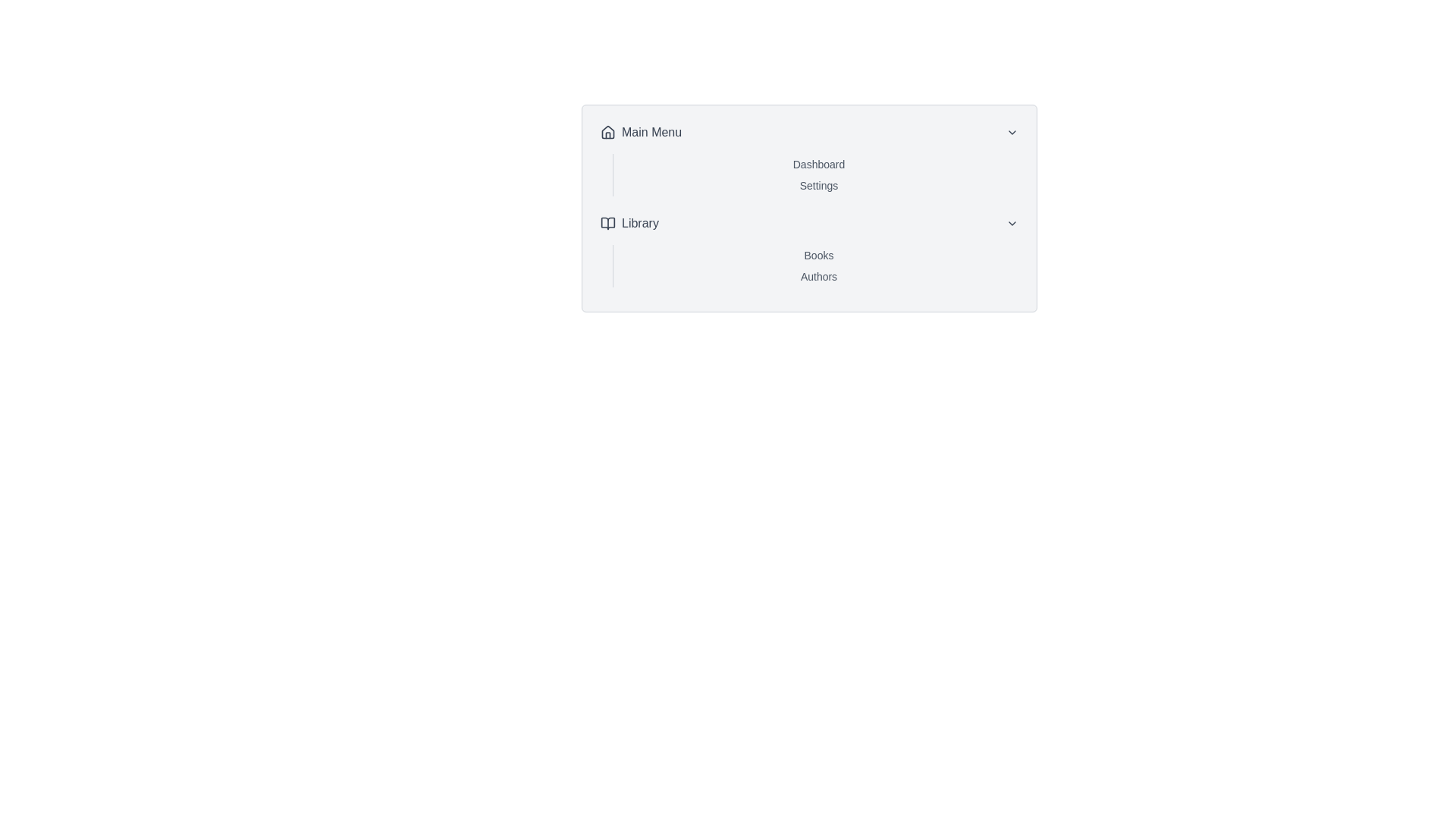 Image resolution: width=1456 pixels, height=819 pixels. I want to click on the chevron icon next to the 'Library' section, so click(1012, 223).